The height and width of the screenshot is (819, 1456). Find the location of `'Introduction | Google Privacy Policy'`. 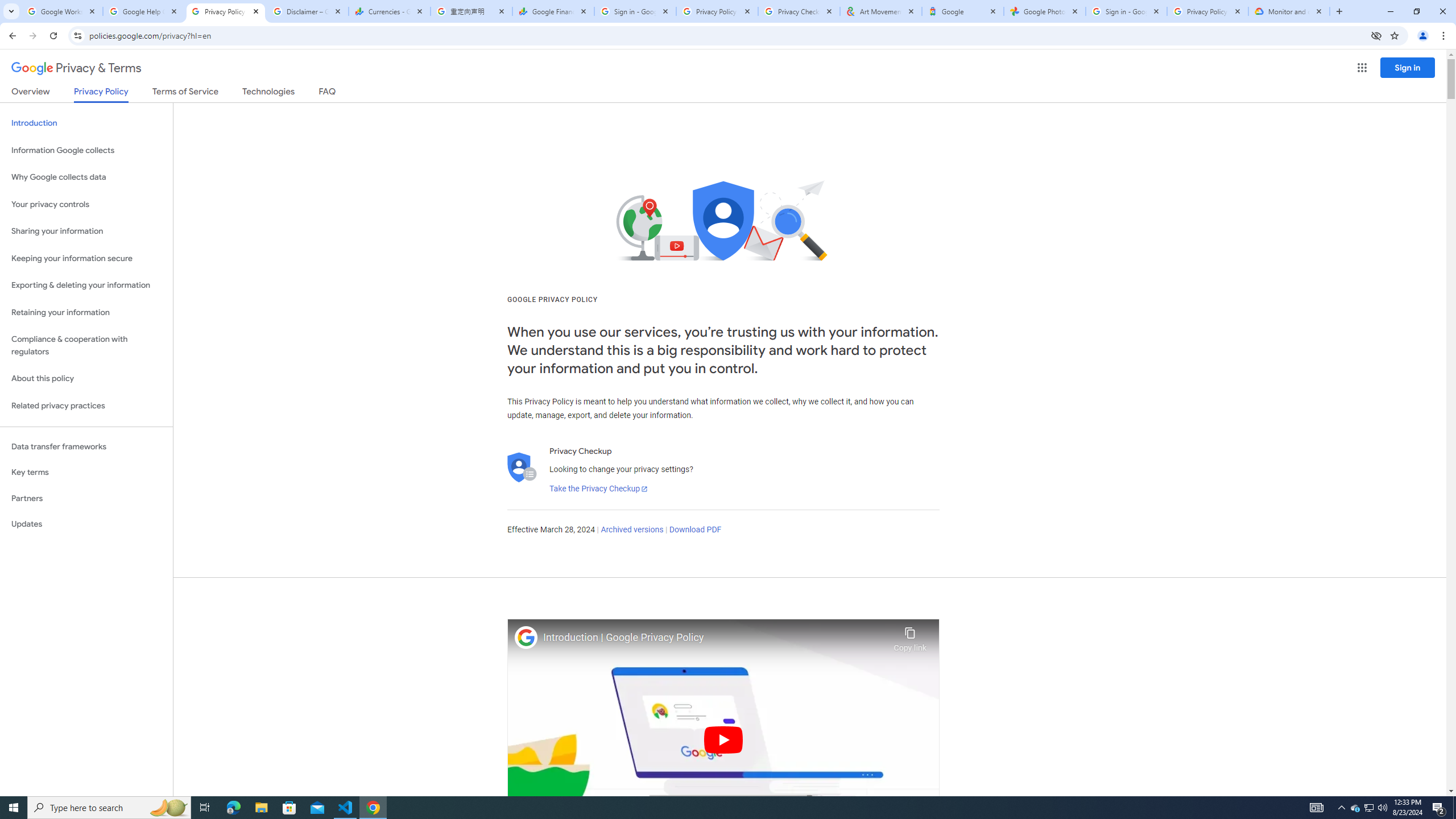

'Introduction | Google Privacy Policy' is located at coordinates (715, 638).